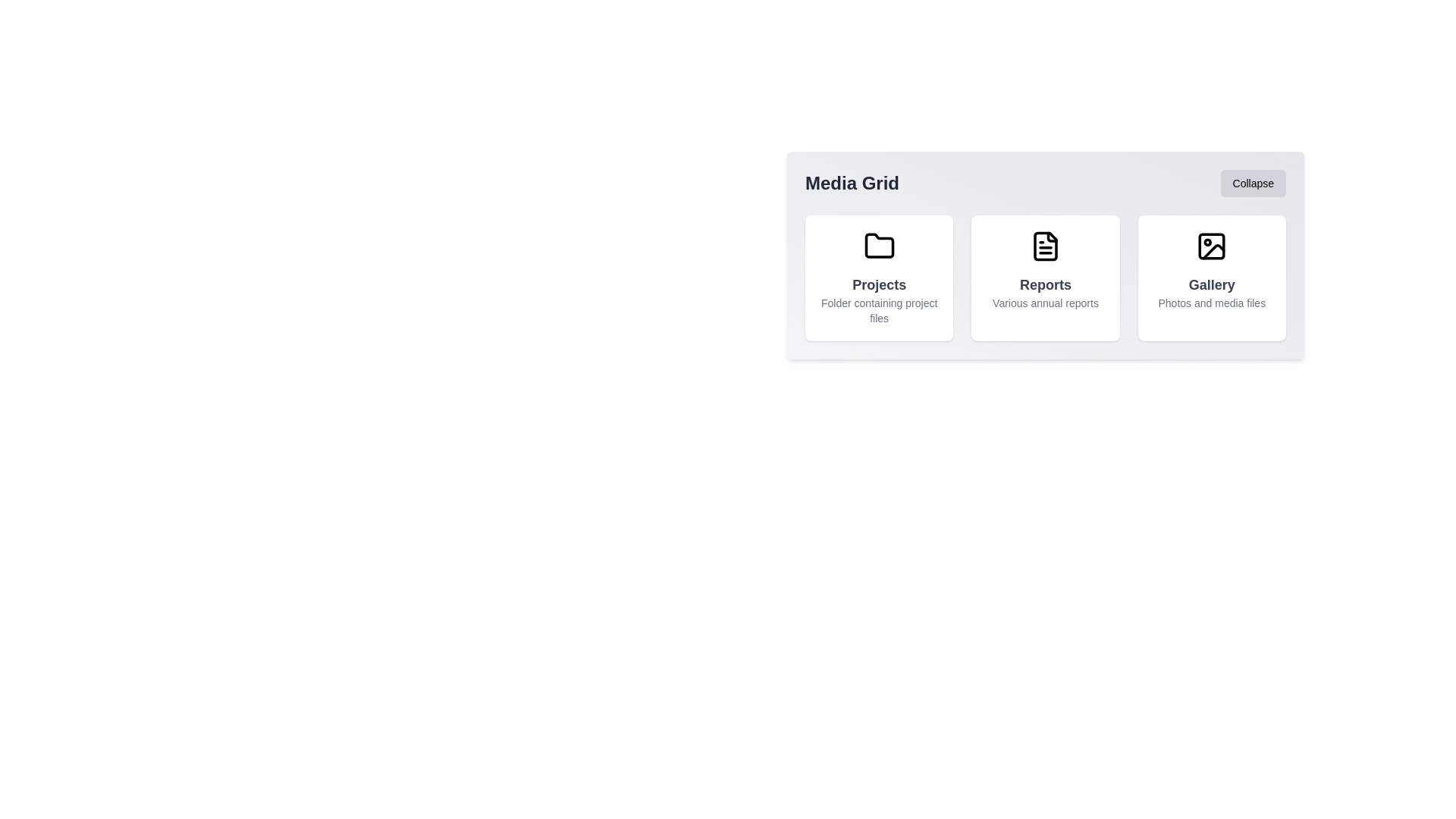  I want to click on 'Collapse' button to toggle the visibility of the grid, so click(1252, 183).